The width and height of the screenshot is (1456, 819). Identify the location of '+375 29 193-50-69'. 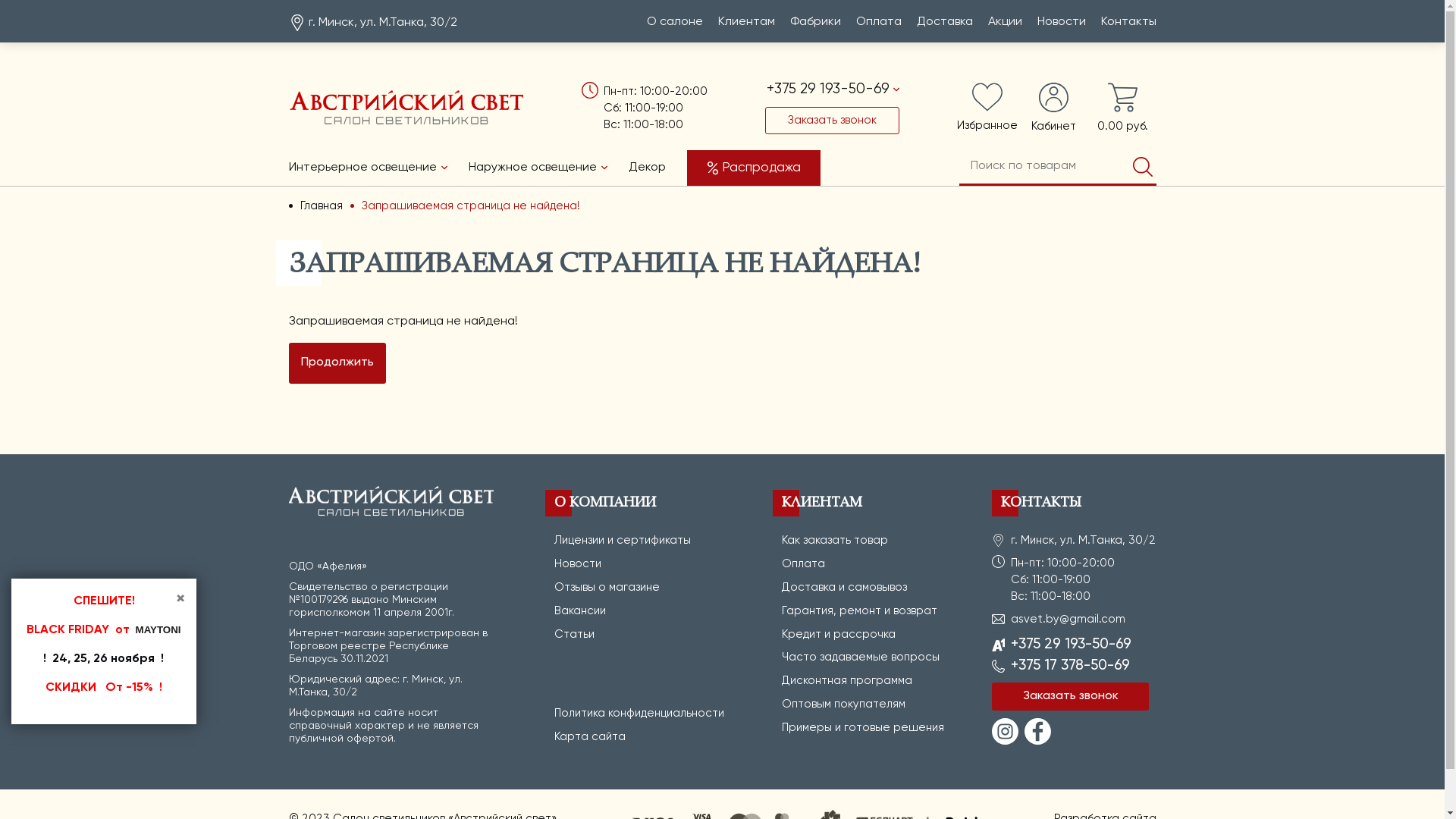
(1011, 644).